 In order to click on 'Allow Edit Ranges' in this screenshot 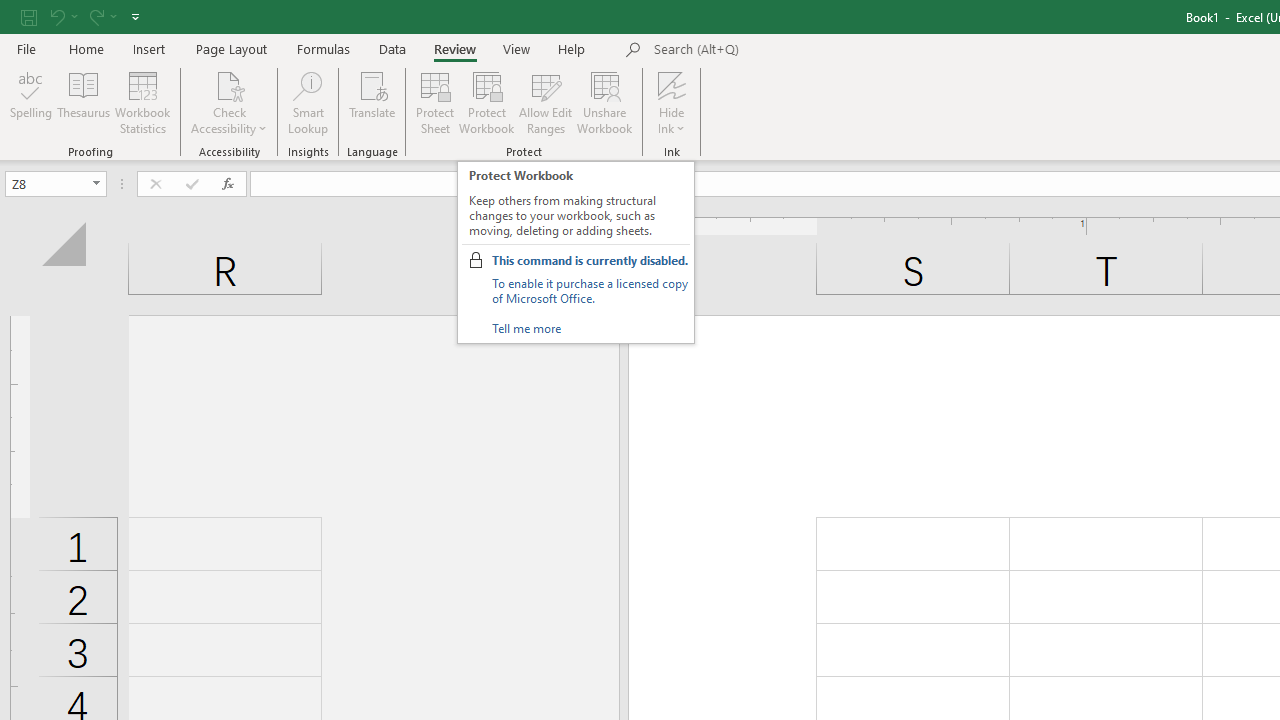, I will do `click(545, 103)`.